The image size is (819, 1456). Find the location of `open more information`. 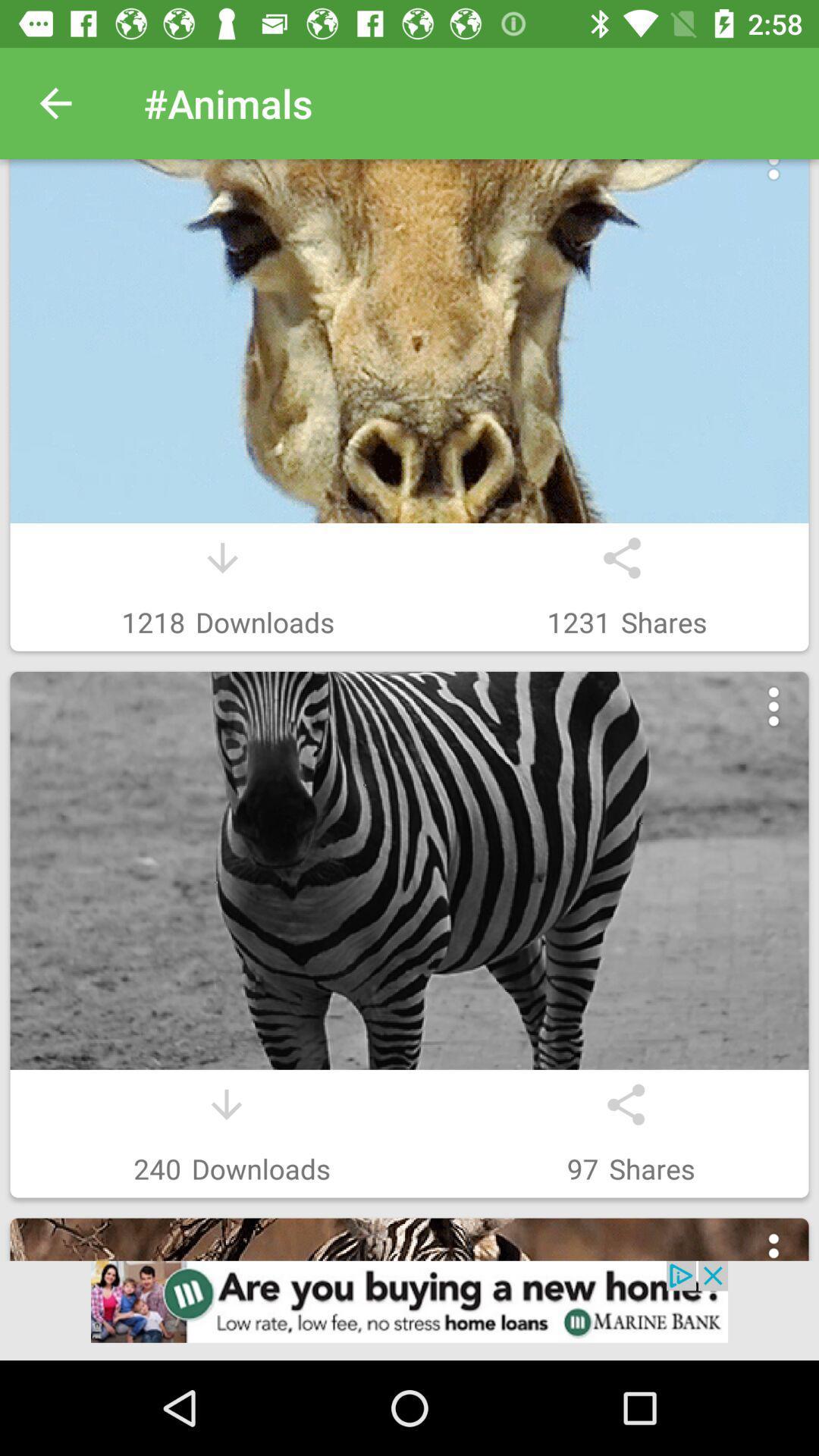

open more information is located at coordinates (773, 1253).